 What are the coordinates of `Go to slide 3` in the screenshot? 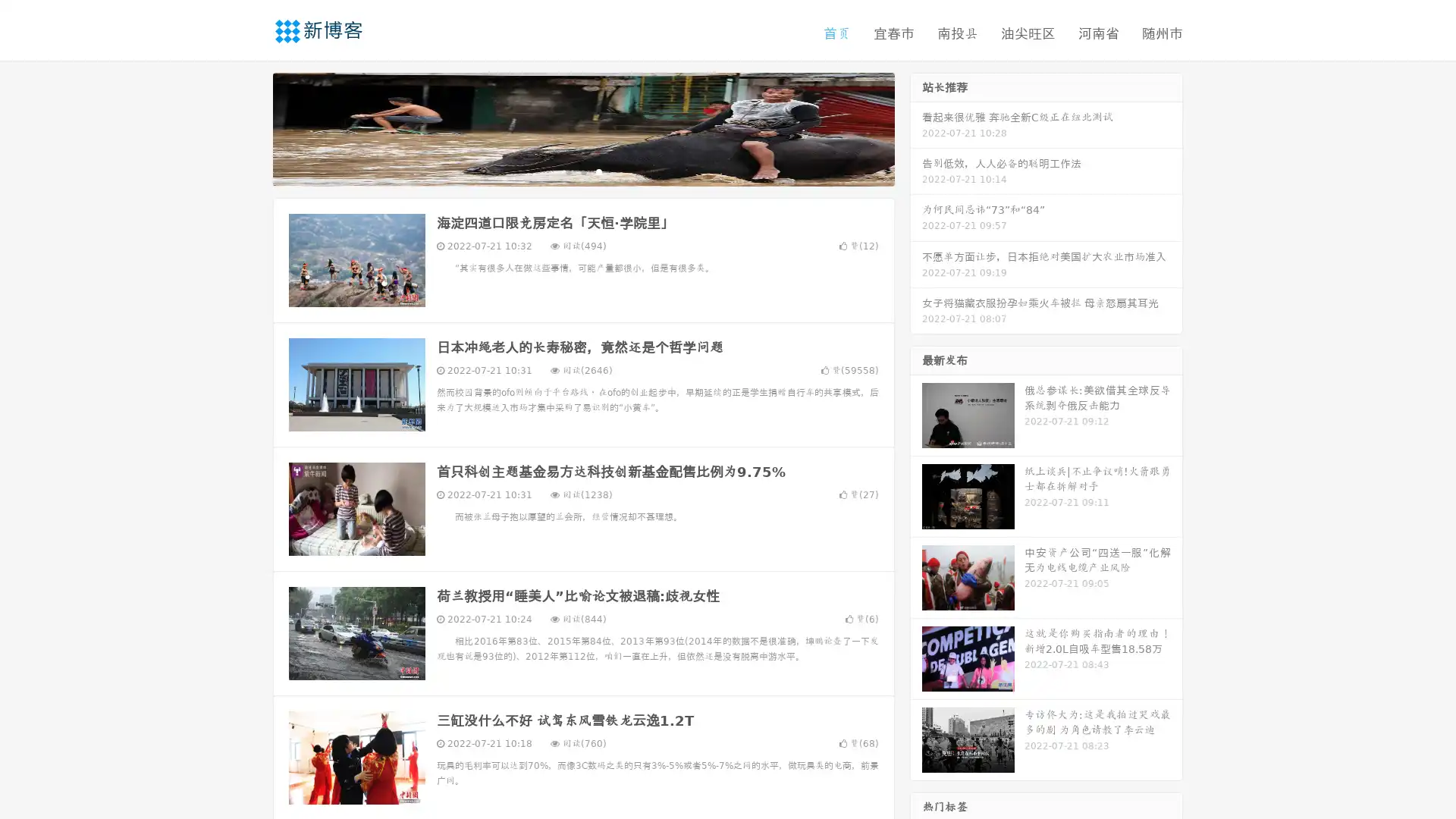 It's located at (598, 171).